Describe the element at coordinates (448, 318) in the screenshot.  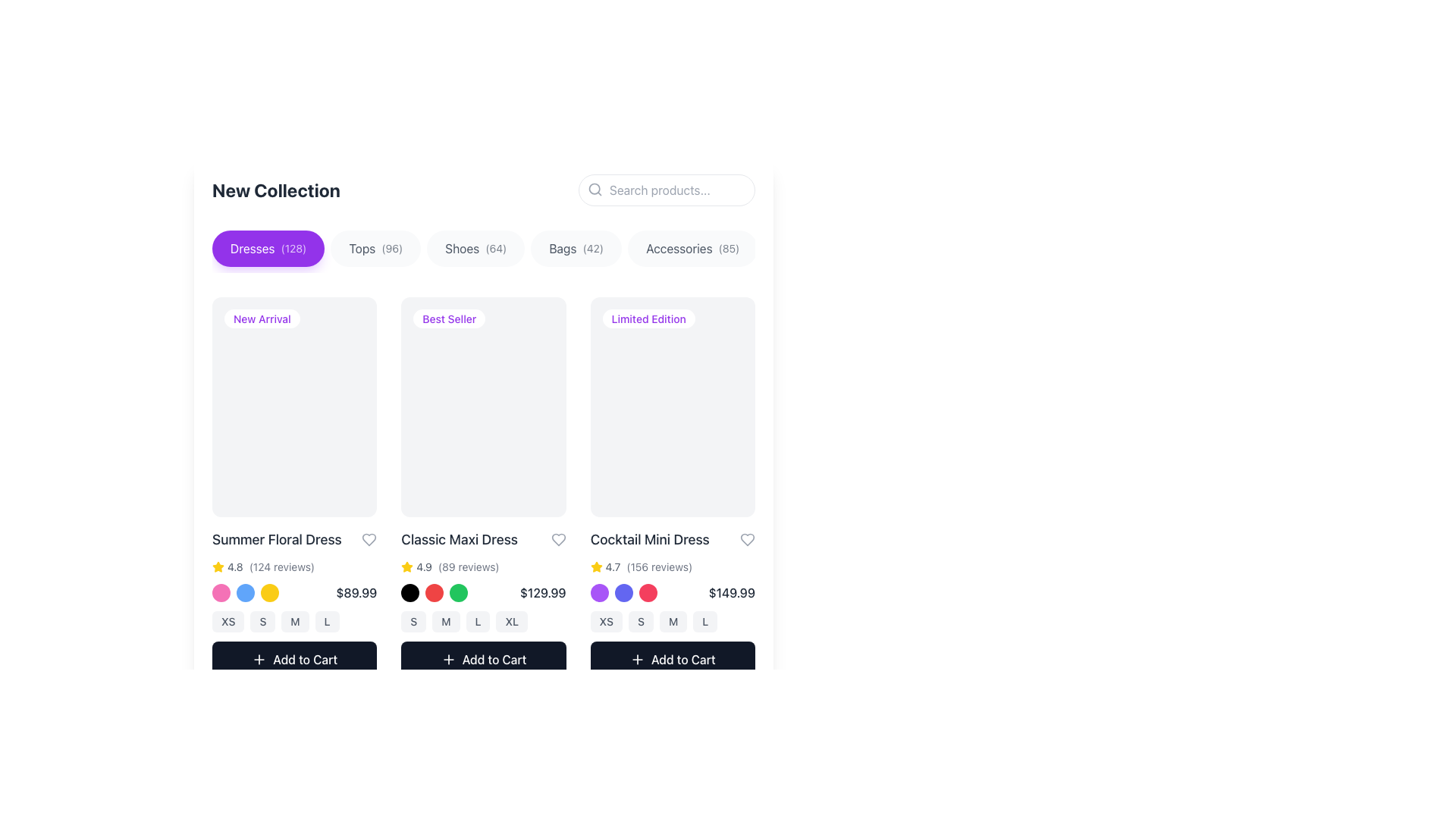
I see `the badge labeled 'Best Seller' which is styled in a bold purple font on a white background, located in the top-left corner of the 'Classic Maxi Dress' card` at that location.